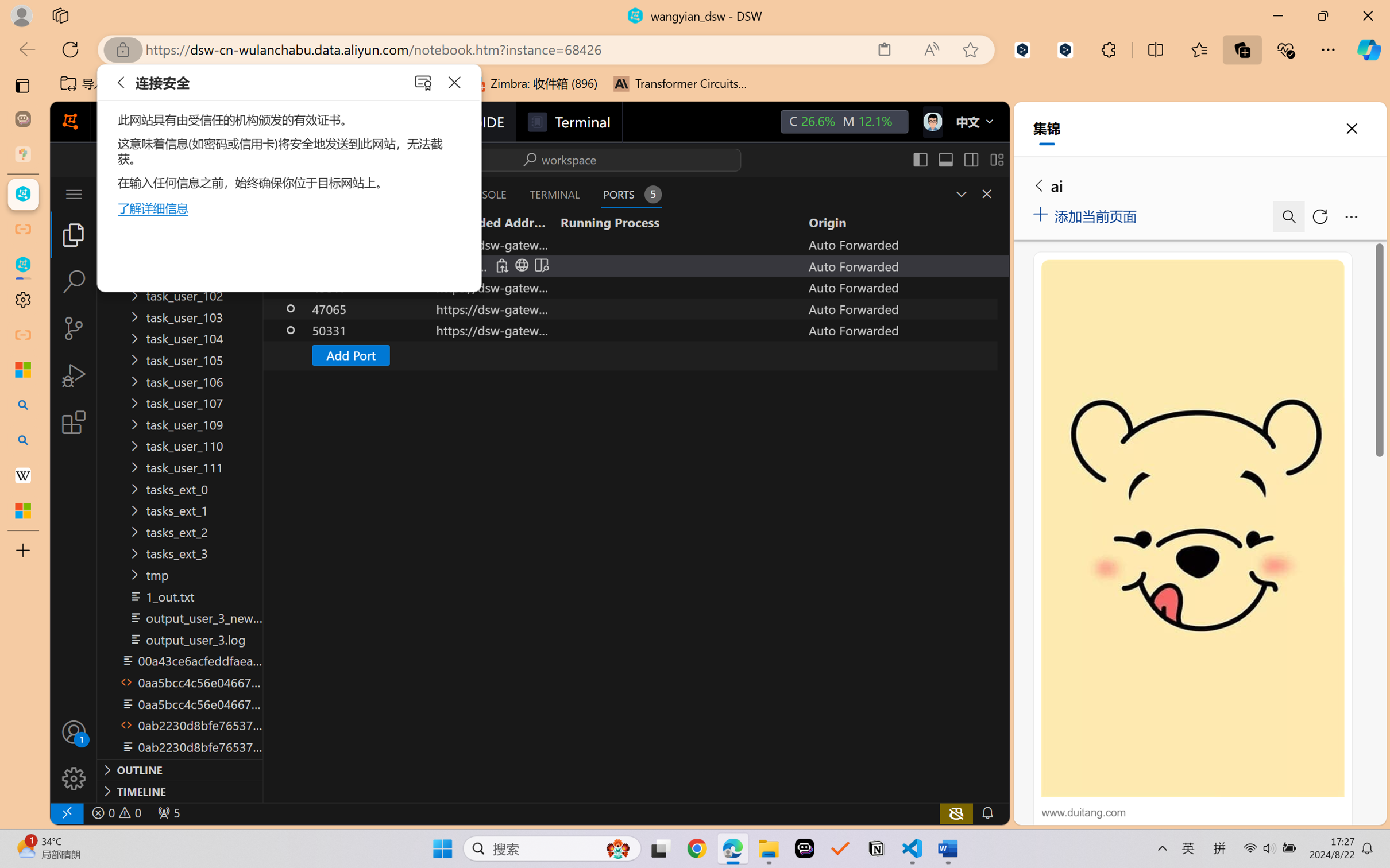  Describe the element at coordinates (22, 369) in the screenshot. I see `'Microsoft security help and learning'` at that location.